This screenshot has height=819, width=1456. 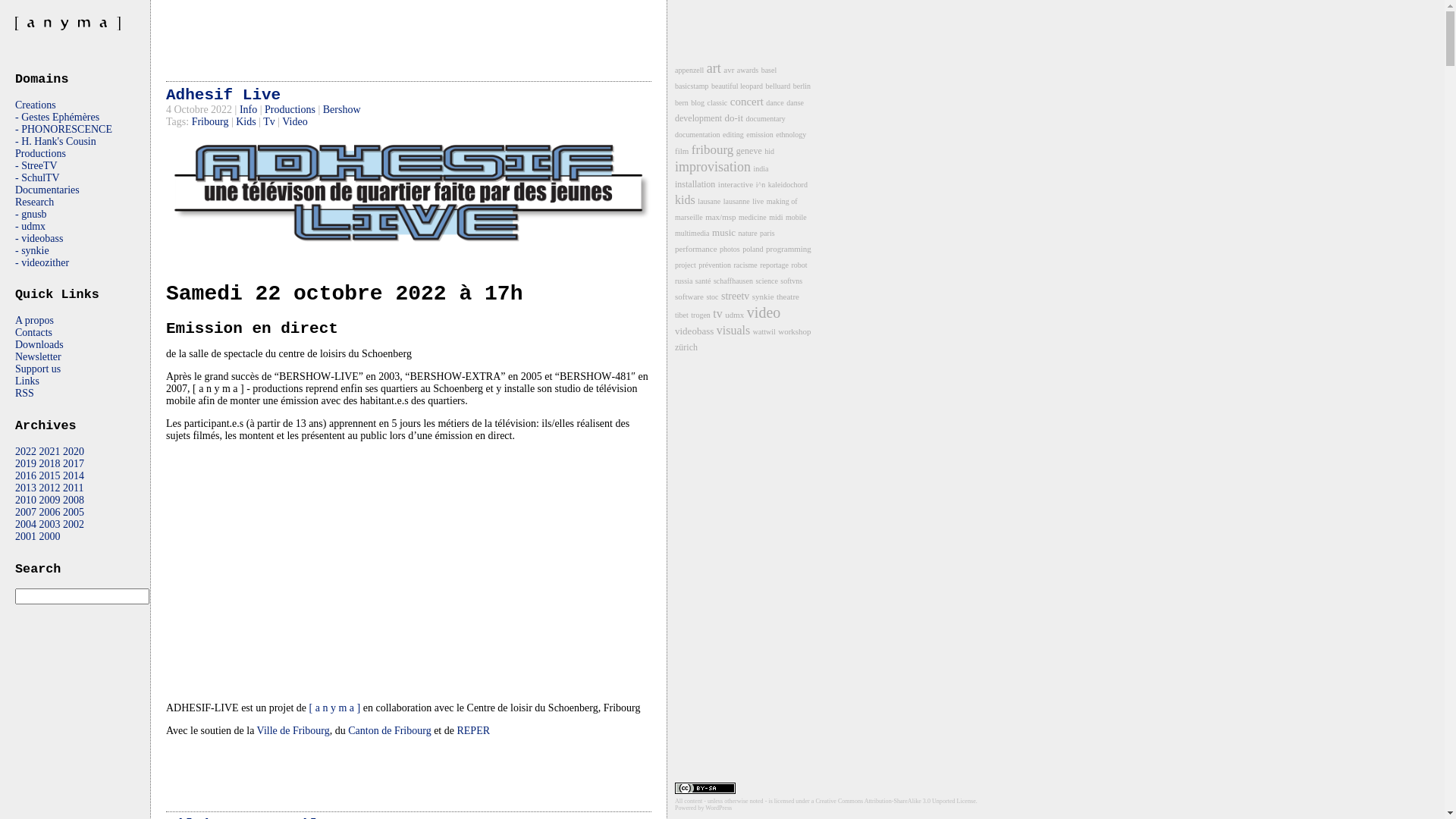 What do you see at coordinates (746, 102) in the screenshot?
I see `'concert'` at bounding box center [746, 102].